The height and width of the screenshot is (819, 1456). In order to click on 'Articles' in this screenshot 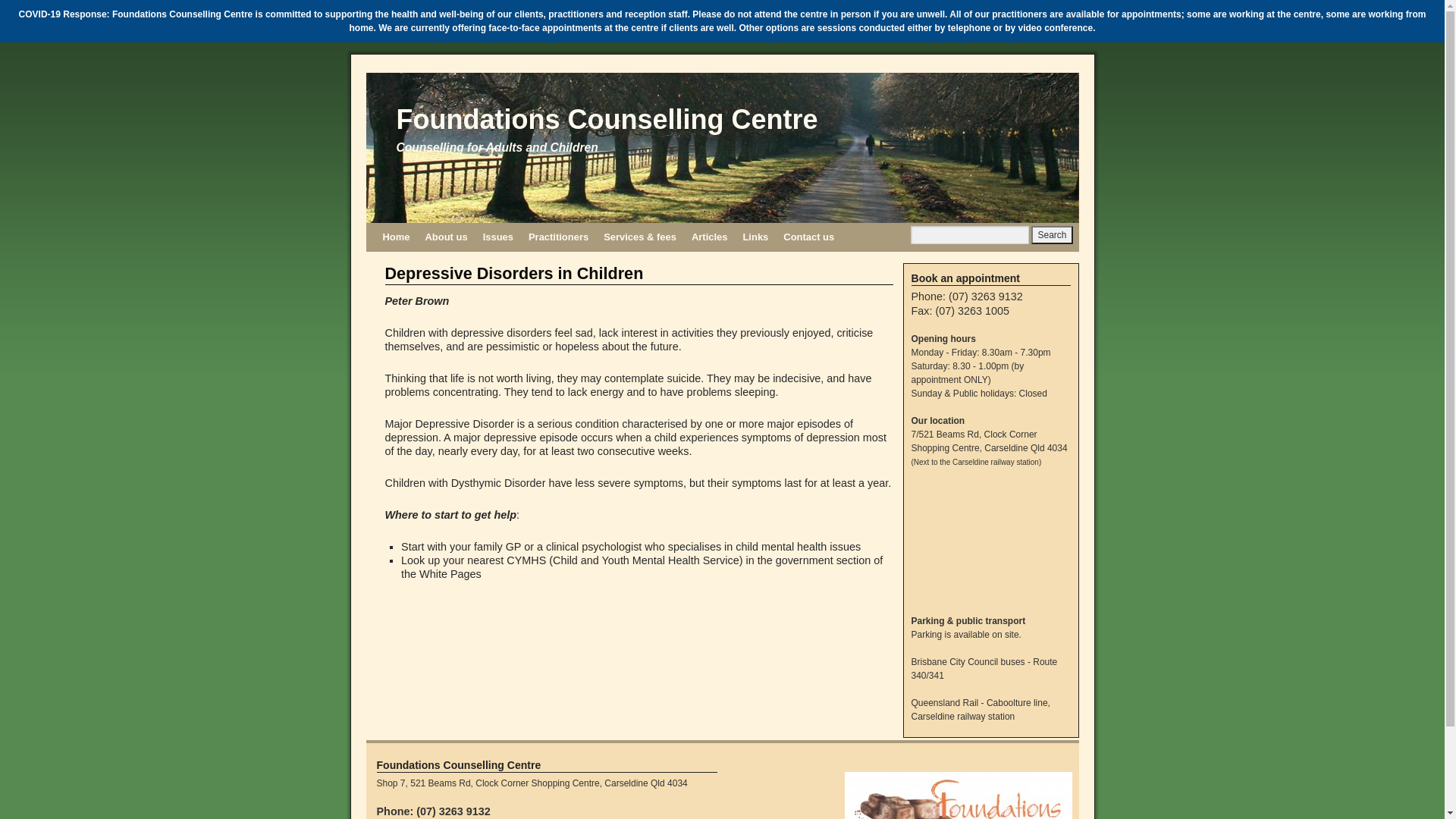, I will do `click(709, 237)`.